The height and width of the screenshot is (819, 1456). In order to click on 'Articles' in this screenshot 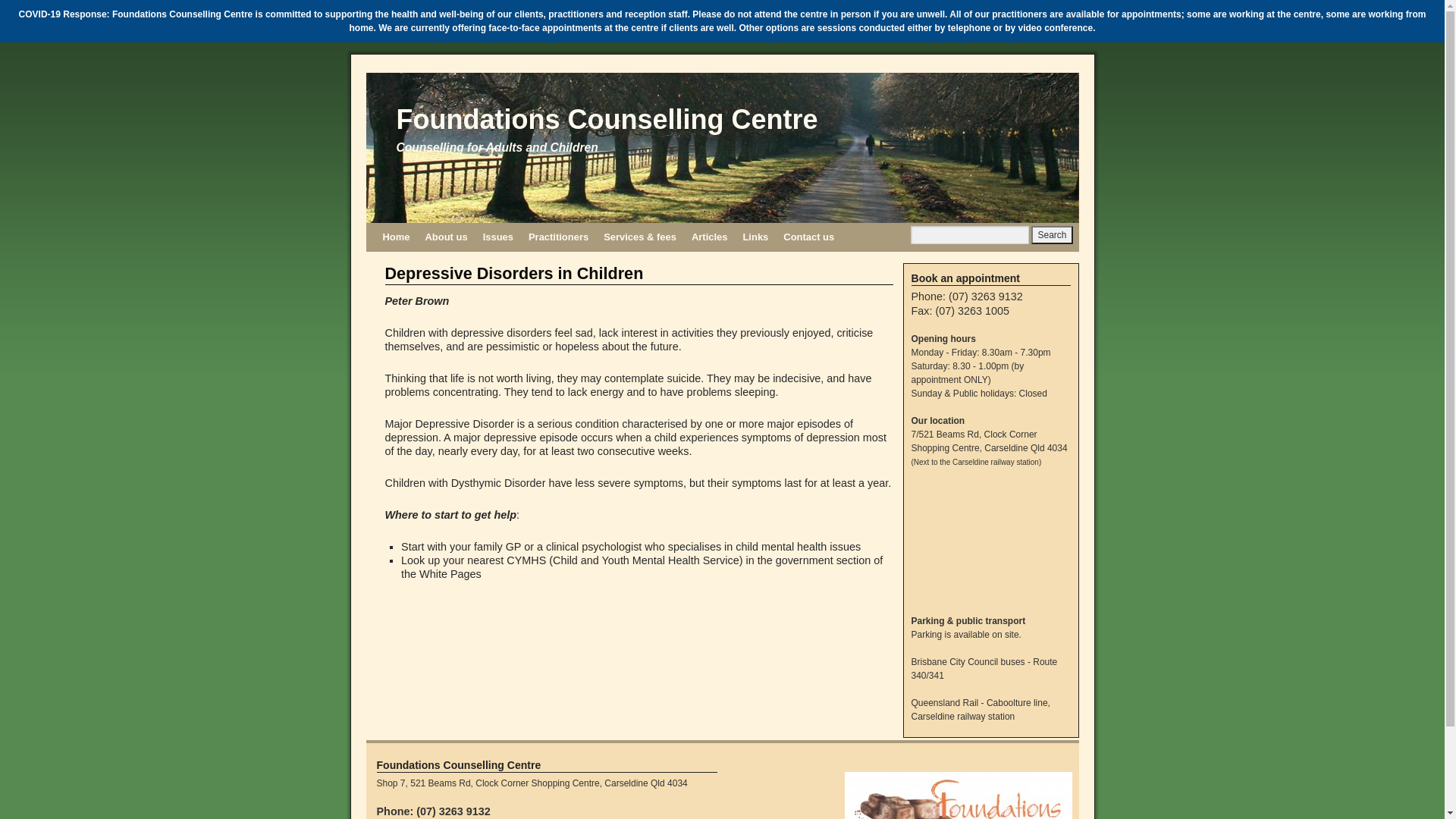, I will do `click(709, 237)`.